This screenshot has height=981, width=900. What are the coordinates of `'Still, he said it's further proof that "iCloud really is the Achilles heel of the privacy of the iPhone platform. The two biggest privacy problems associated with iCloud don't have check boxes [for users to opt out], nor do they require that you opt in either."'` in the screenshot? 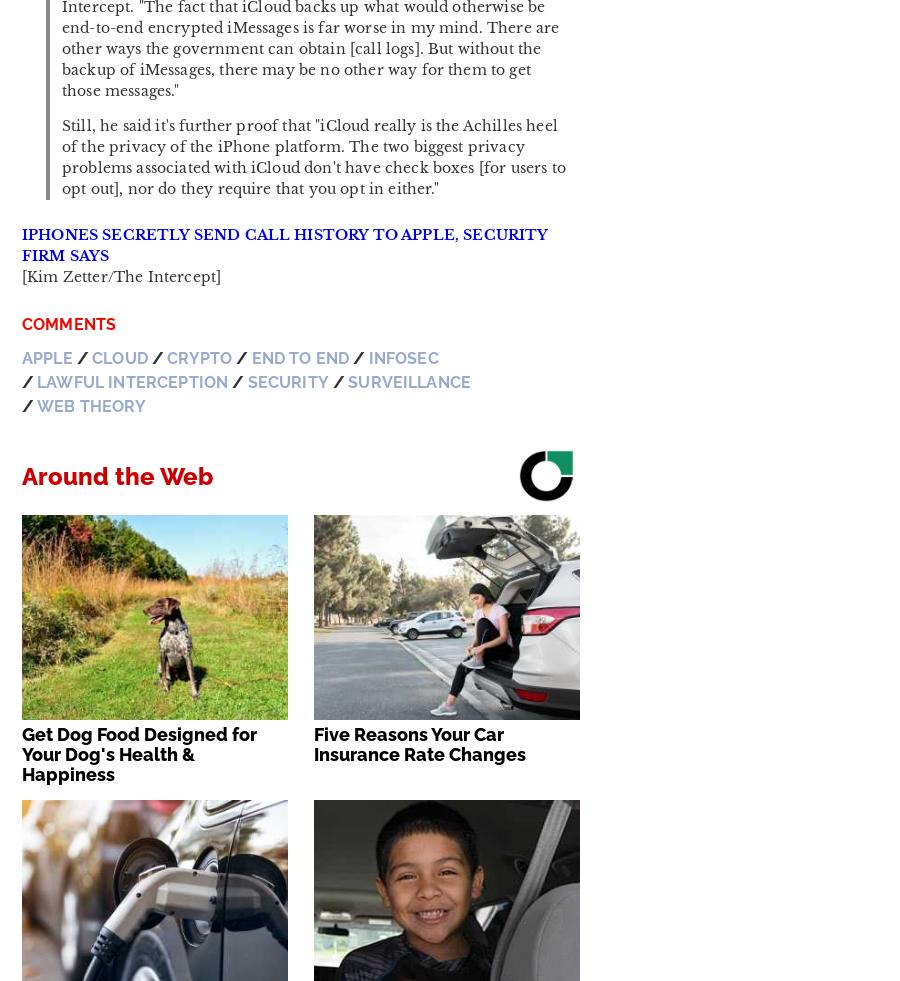 It's located at (312, 156).